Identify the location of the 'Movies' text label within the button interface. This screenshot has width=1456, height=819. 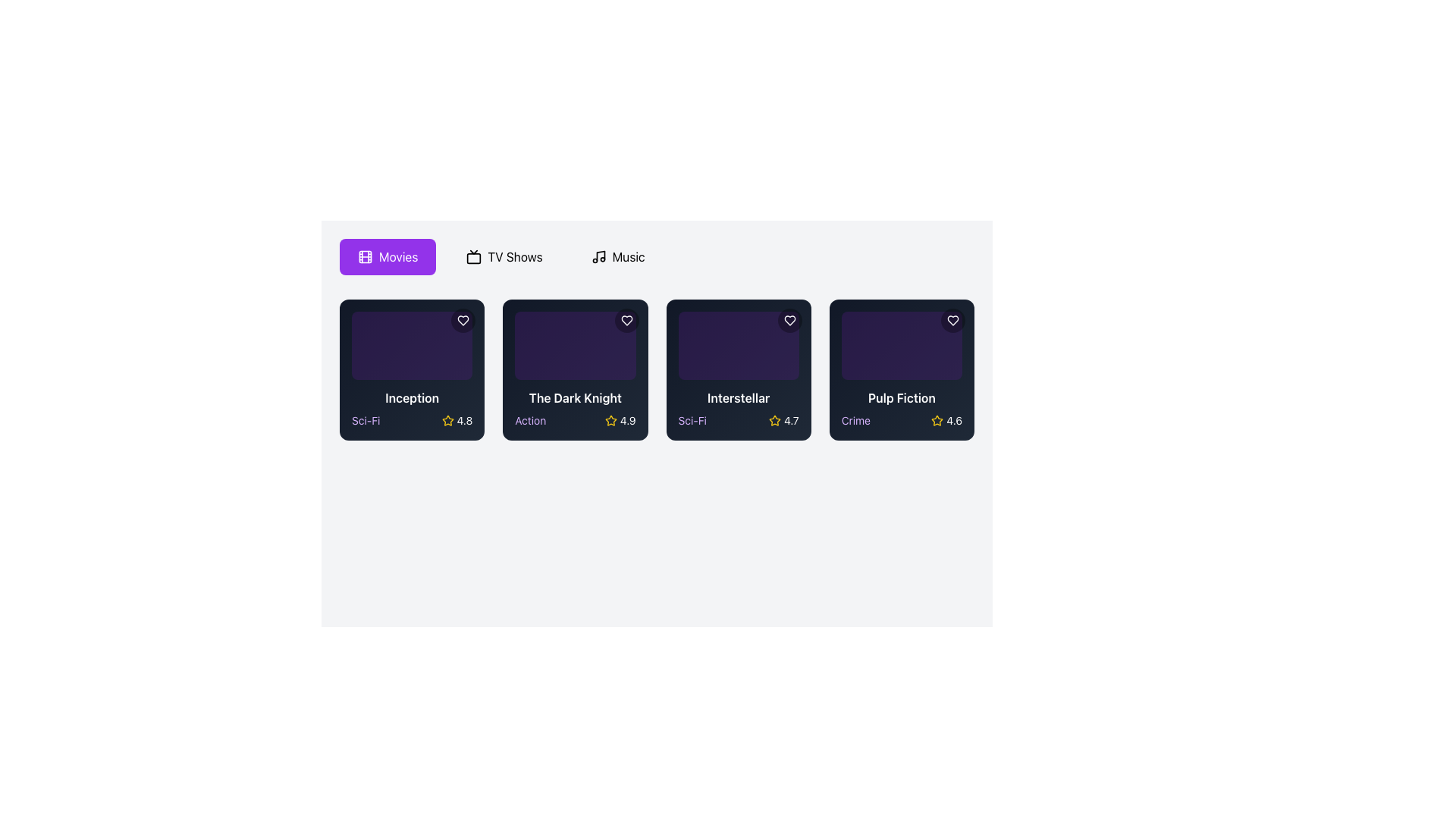
(398, 256).